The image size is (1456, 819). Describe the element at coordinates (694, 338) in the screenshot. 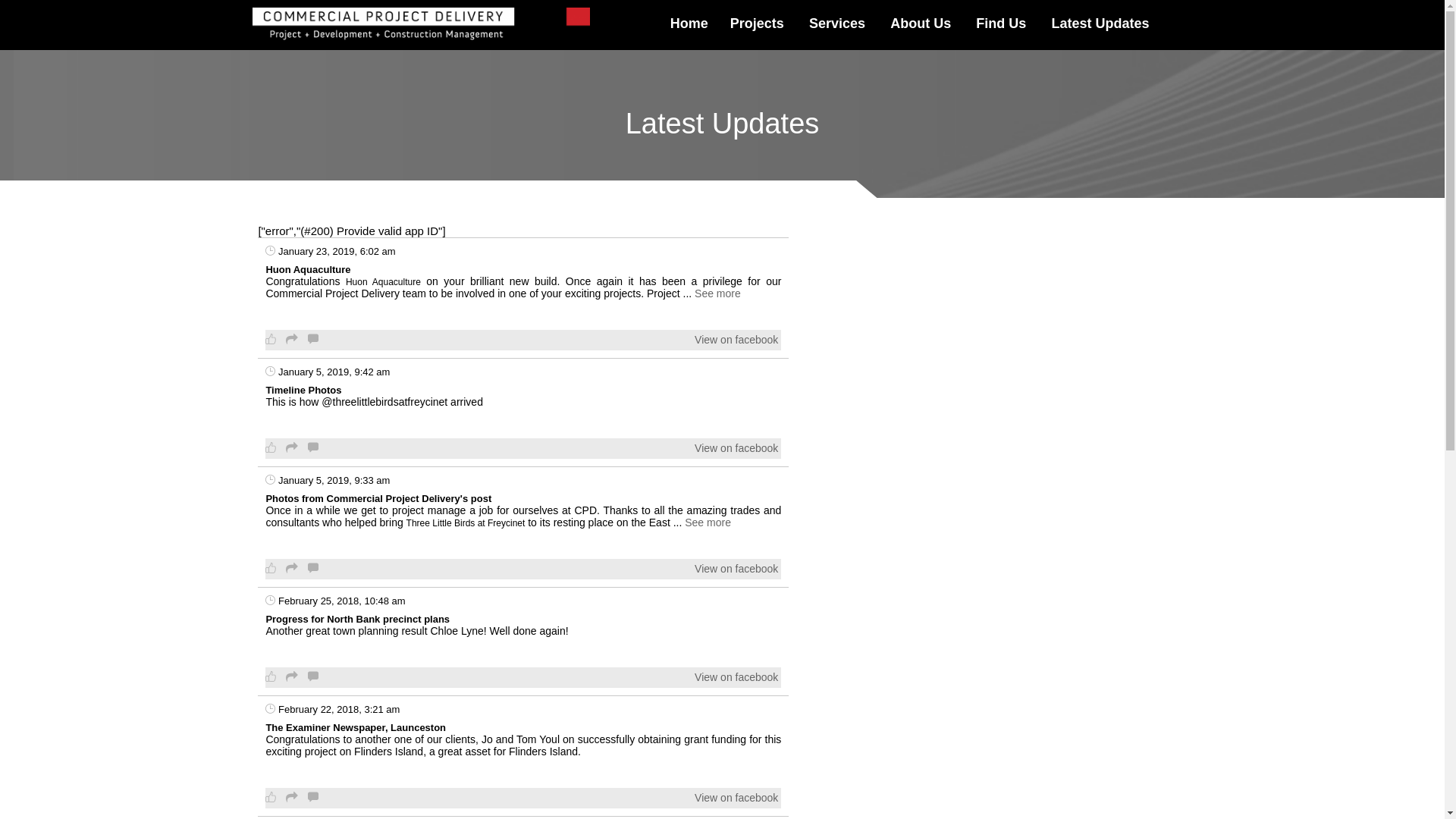

I see `'View on facebook'` at that location.